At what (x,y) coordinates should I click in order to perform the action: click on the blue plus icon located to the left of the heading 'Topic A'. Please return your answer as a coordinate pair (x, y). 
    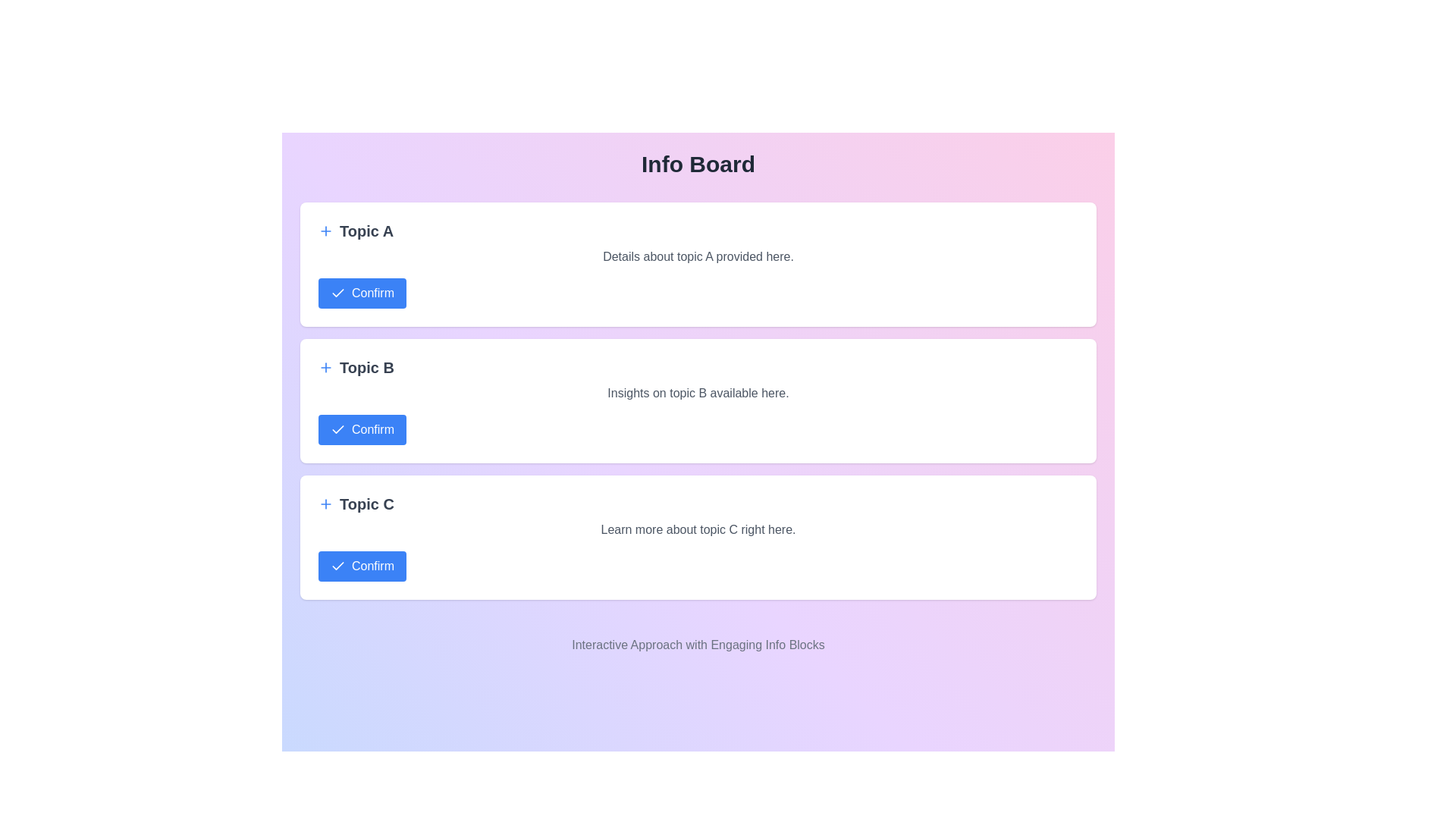
    Looking at the image, I should click on (325, 231).